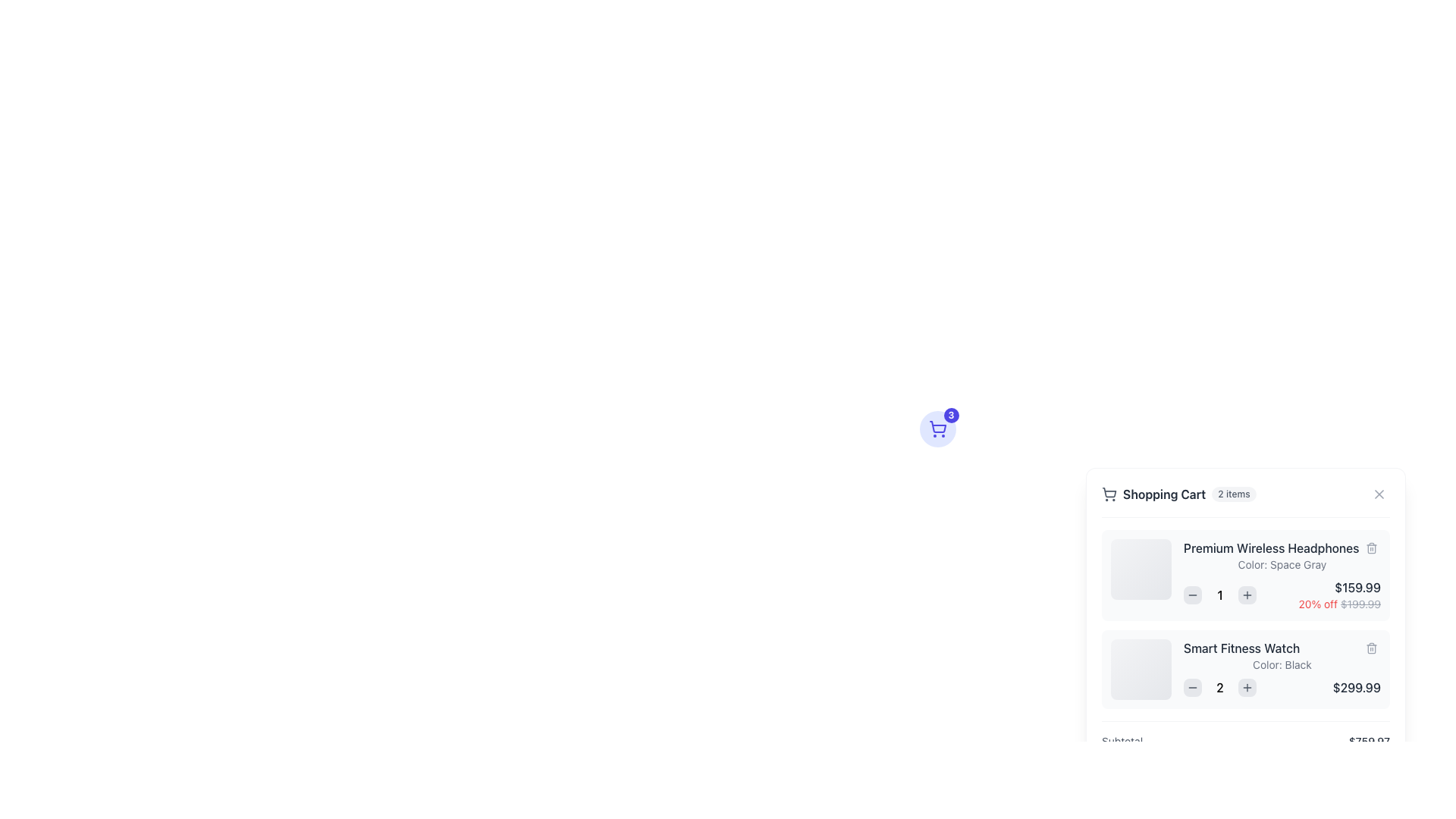  I want to click on the text label displaying the color information 'Space Gray' for the product 'Premium Wireless Headphones' in the shopping cart interface, so click(1281, 564).